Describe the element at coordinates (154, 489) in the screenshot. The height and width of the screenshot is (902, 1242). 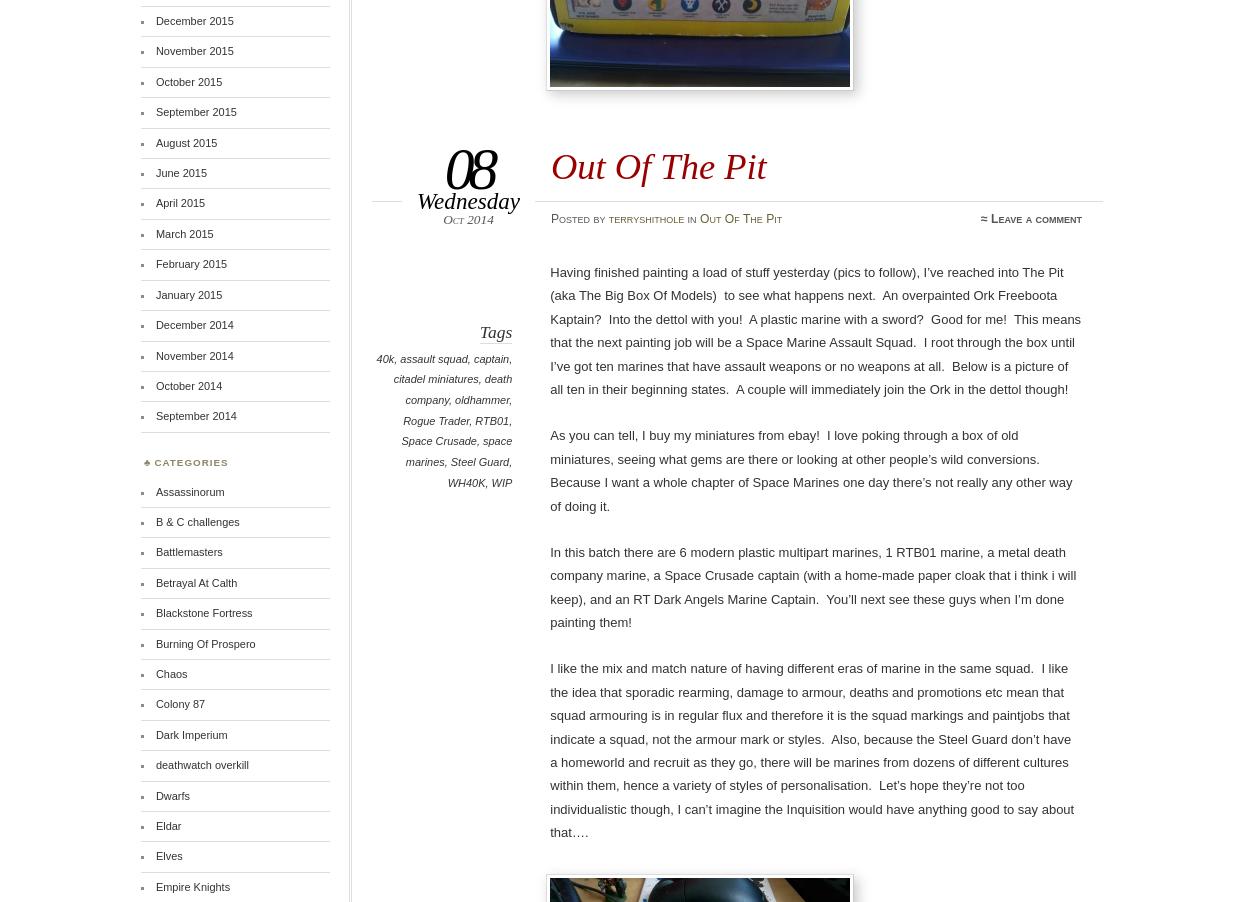
I see `'Assassinorum'` at that location.